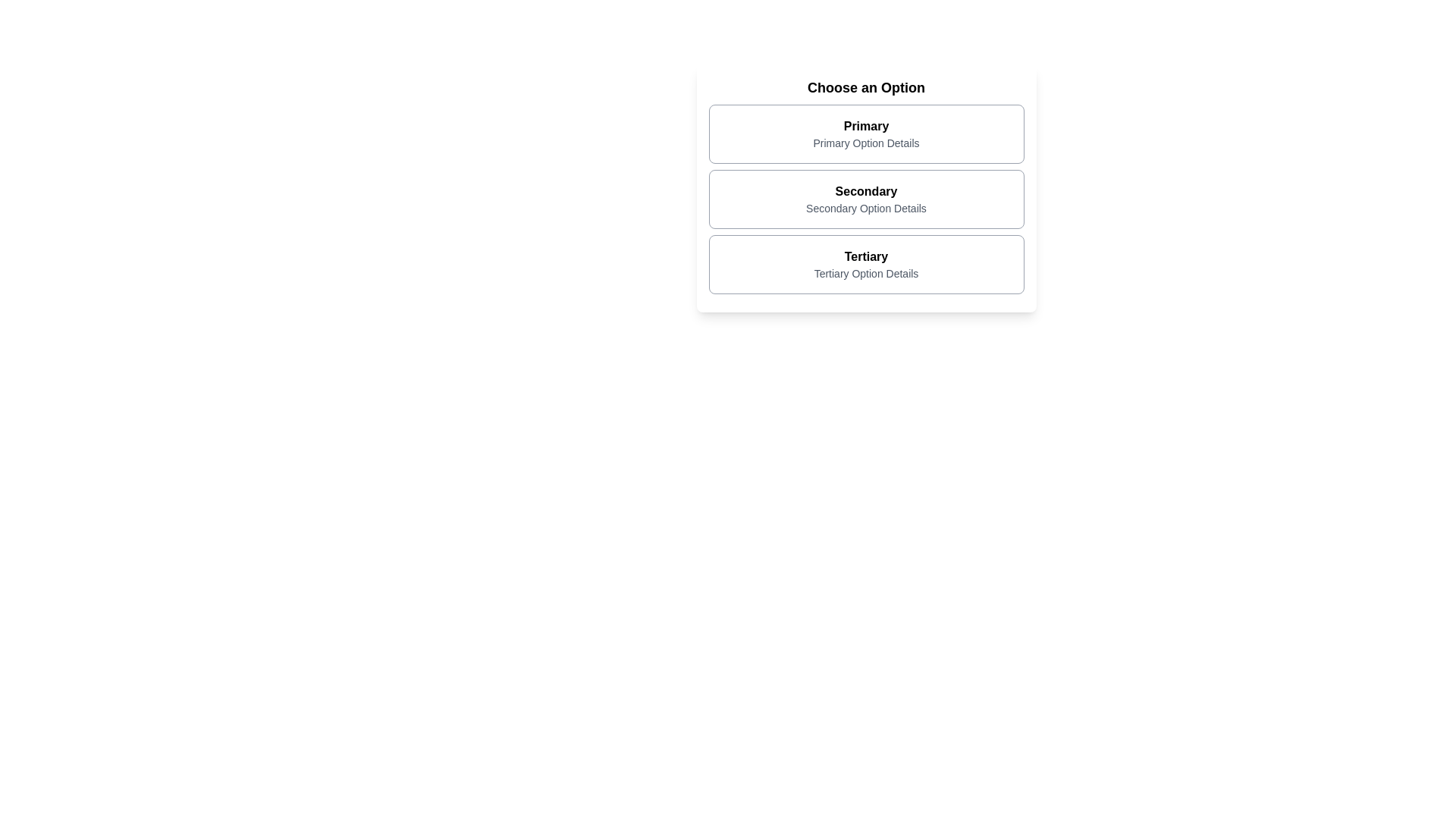 This screenshot has width=1456, height=819. Describe the element at coordinates (866, 274) in the screenshot. I see `the Text Label that provides additional details for the 'Tertiary' option in the UI, located below the title 'Tertiary'` at that location.